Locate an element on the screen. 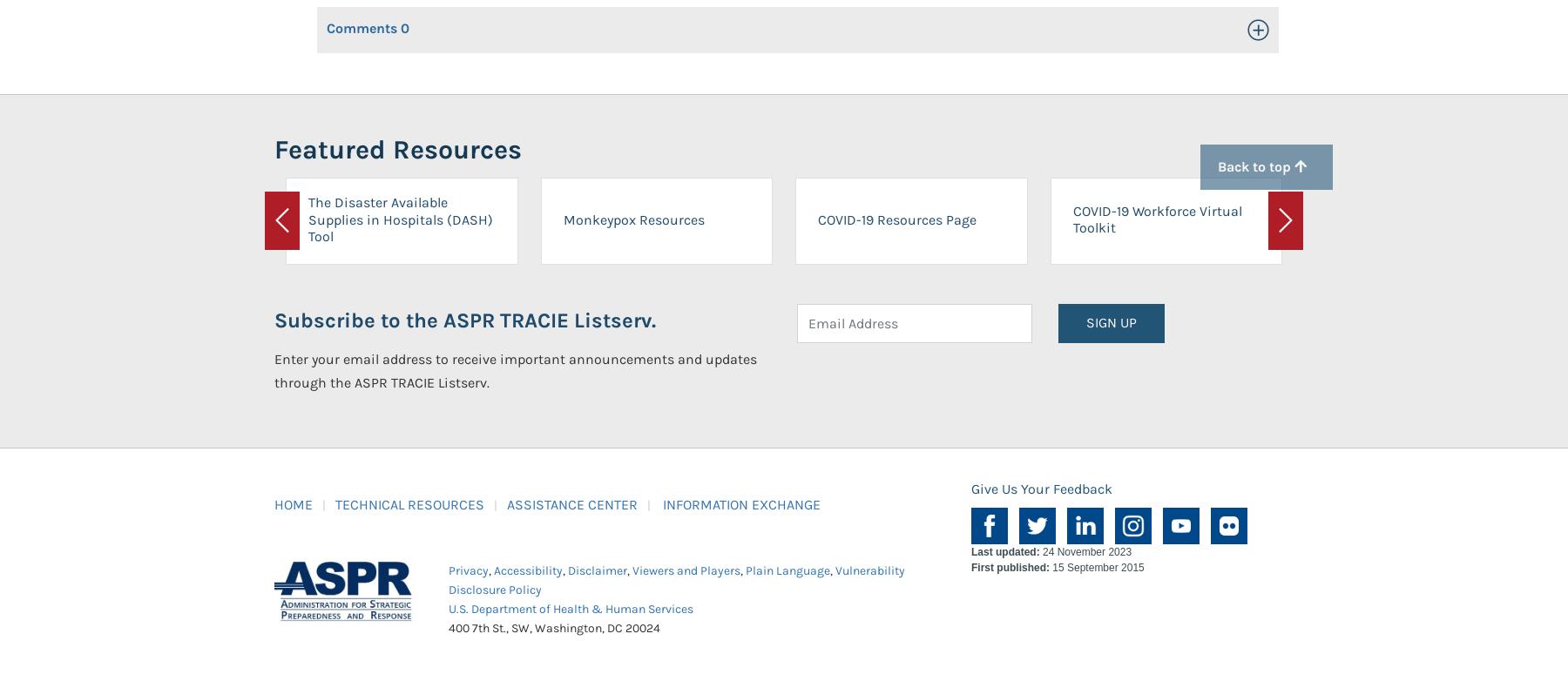 The image size is (1568, 681). 'Enter your email address to receive important announcements and updates through the ASPR TRACIE Listserv.' is located at coordinates (516, 370).